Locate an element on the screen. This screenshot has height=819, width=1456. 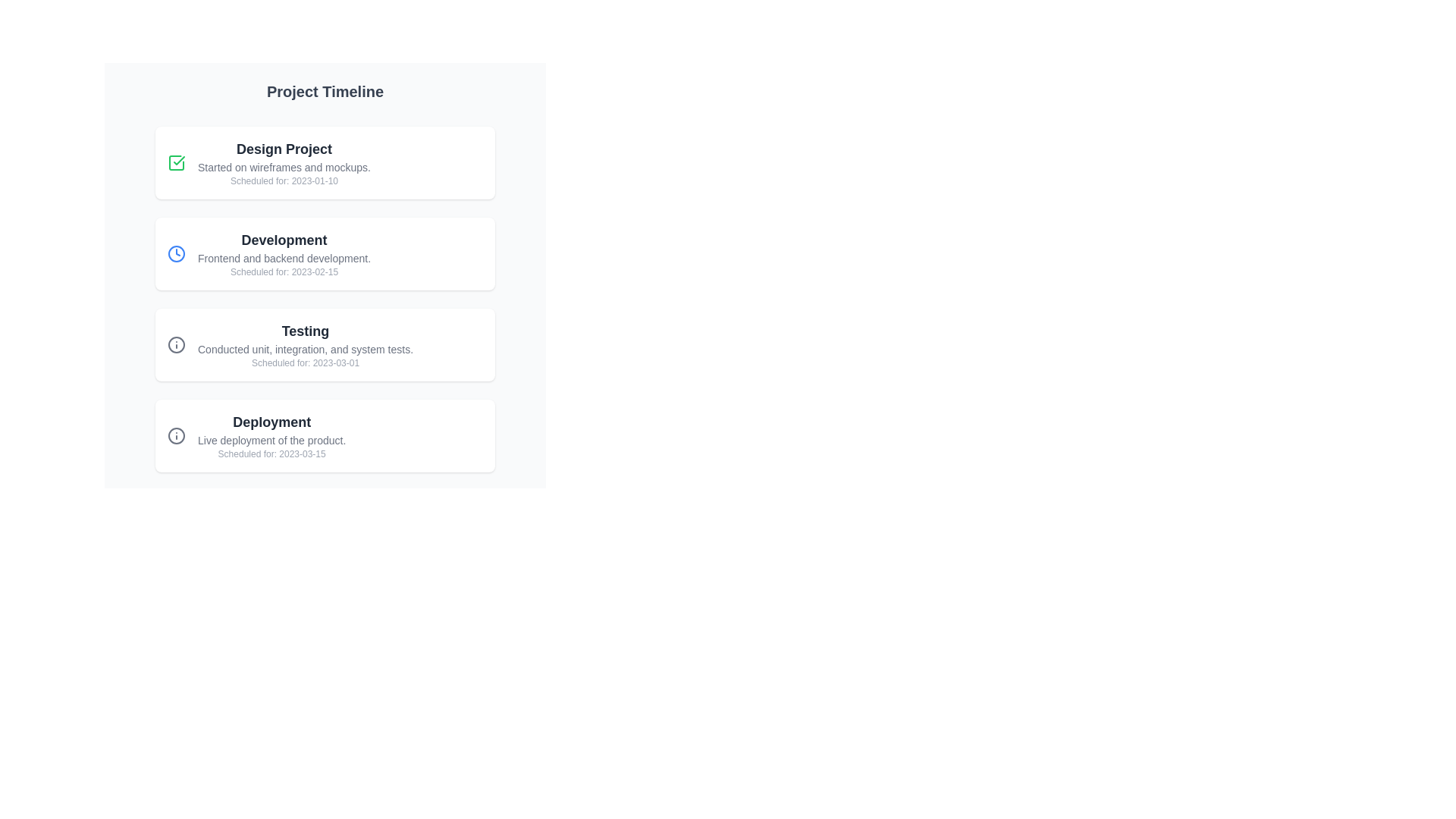
the descriptive Text Label that provides information about the 'Development' stage of the project timeline, positioned centrally below the title 'Development' is located at coordinates (284, 257).